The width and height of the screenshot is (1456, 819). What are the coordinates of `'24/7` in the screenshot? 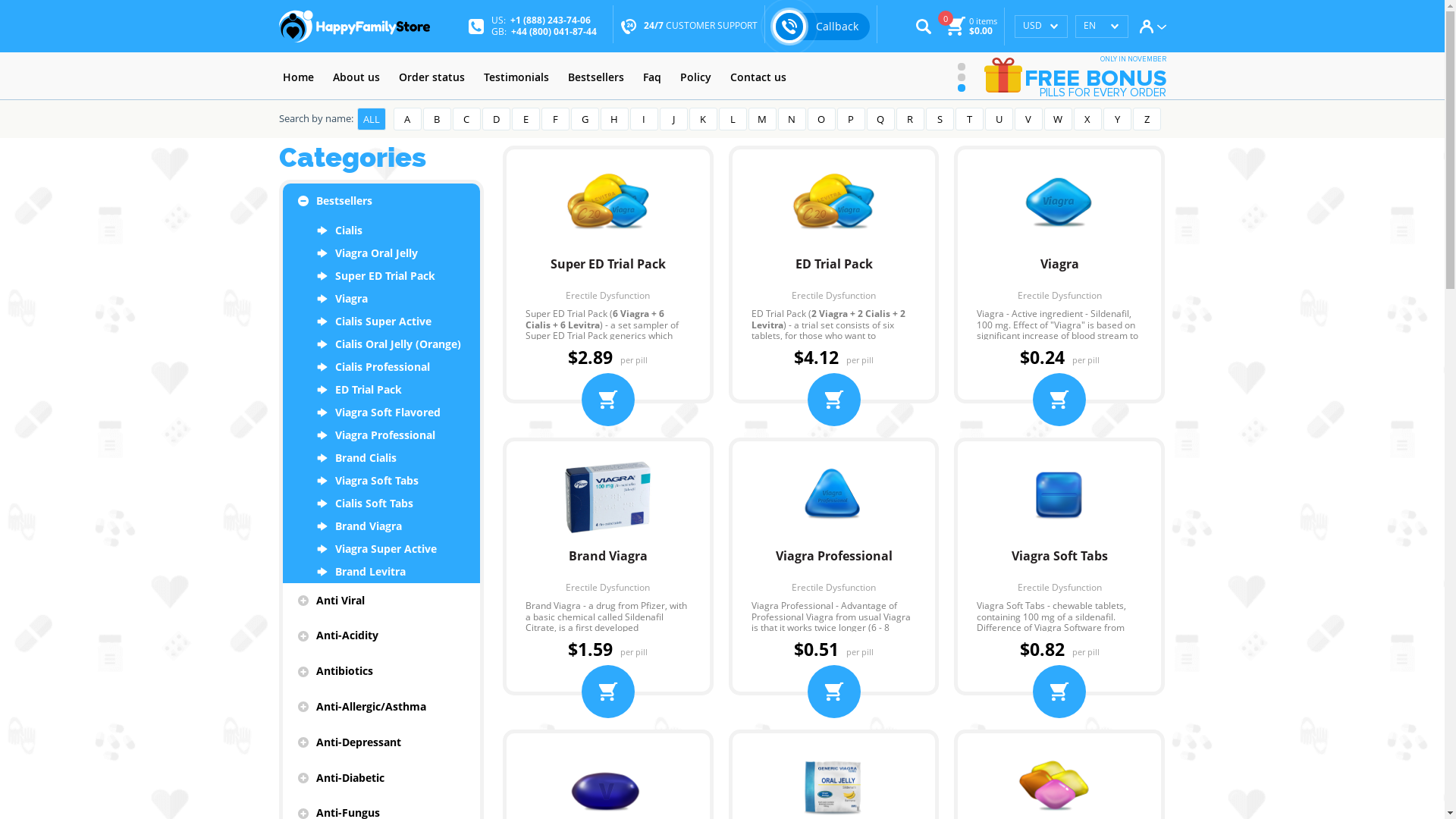 It's located at (699, 26).